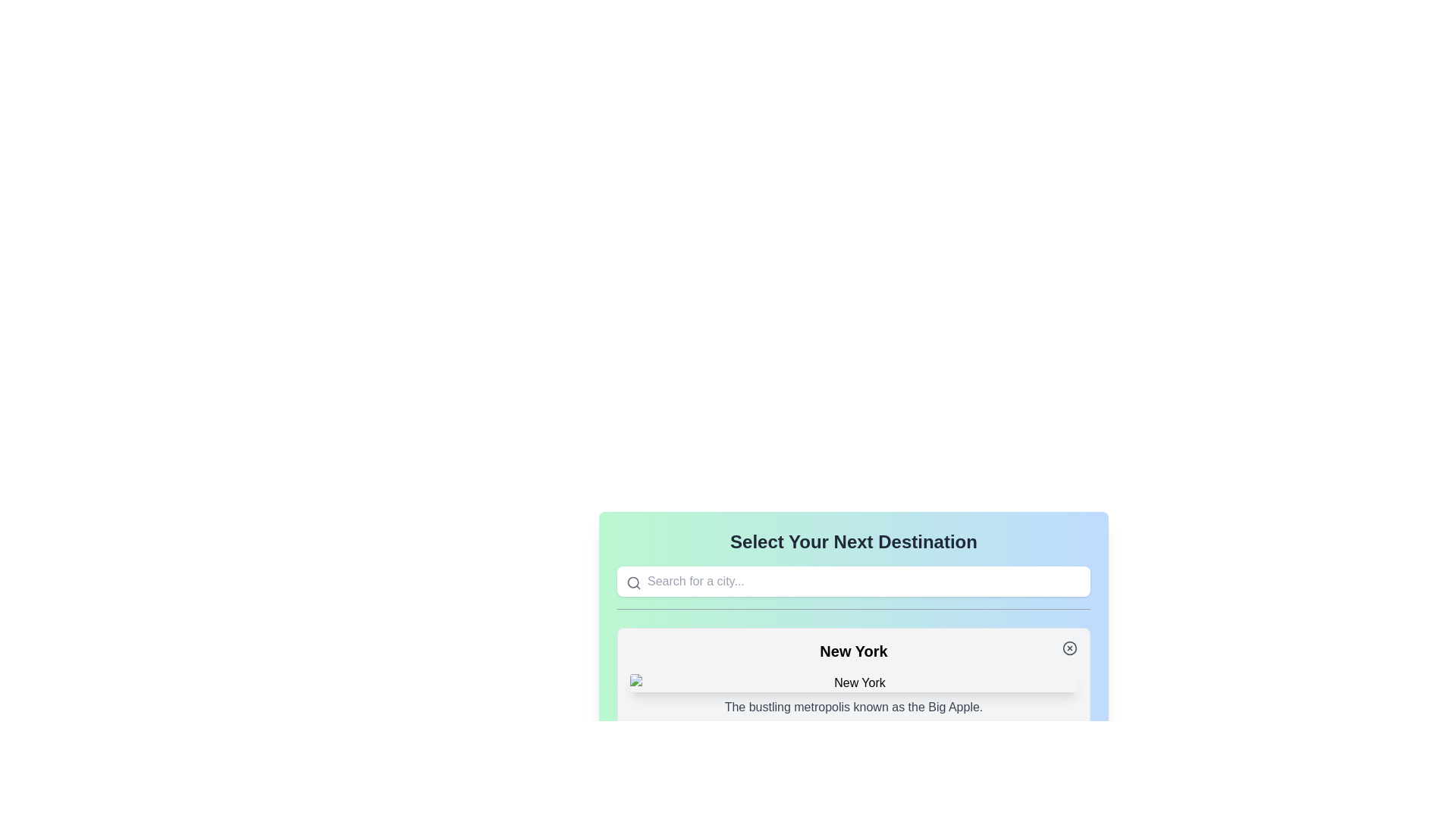  I want to click on the Header section with an embedded input box located at the top of the card-like interface, which allows users to search for a city as their next destination, so click(854, 570).